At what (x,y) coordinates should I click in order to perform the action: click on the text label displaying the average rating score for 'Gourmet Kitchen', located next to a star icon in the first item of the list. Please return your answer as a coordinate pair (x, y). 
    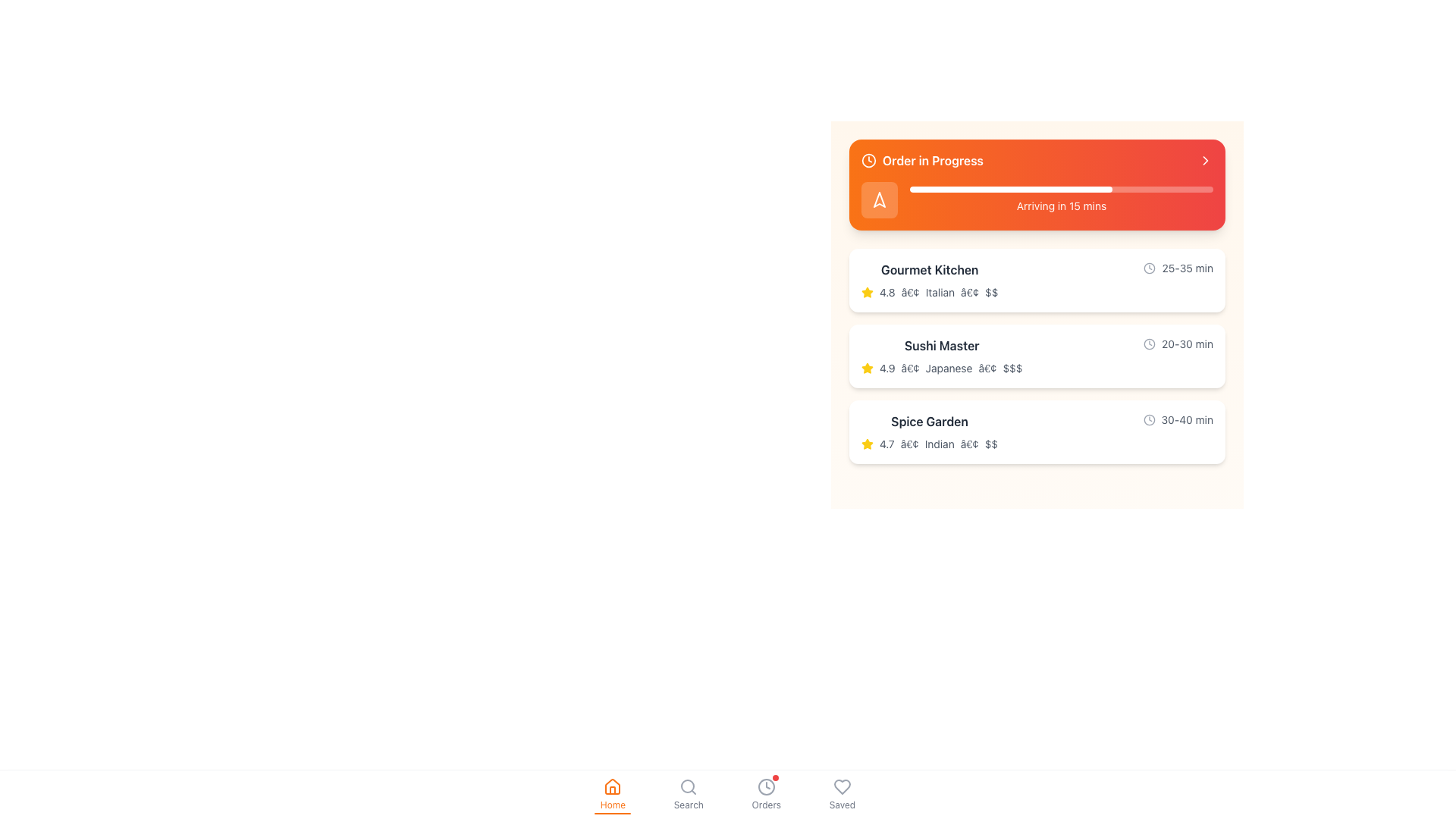
    Looking at the image, I should click on (887, 292).